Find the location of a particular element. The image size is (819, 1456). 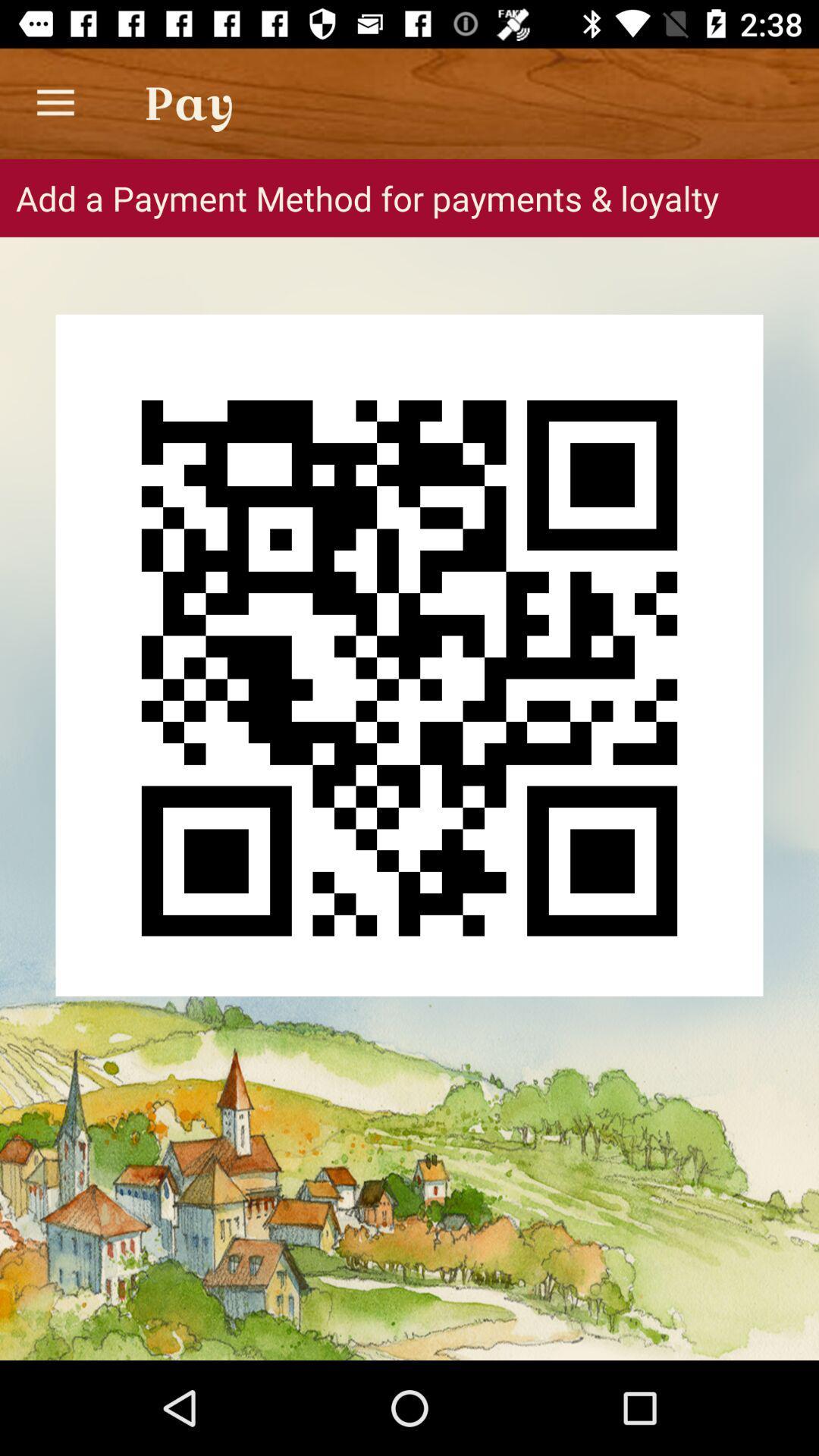

the icon at the center is located at coordinates (409, 655).